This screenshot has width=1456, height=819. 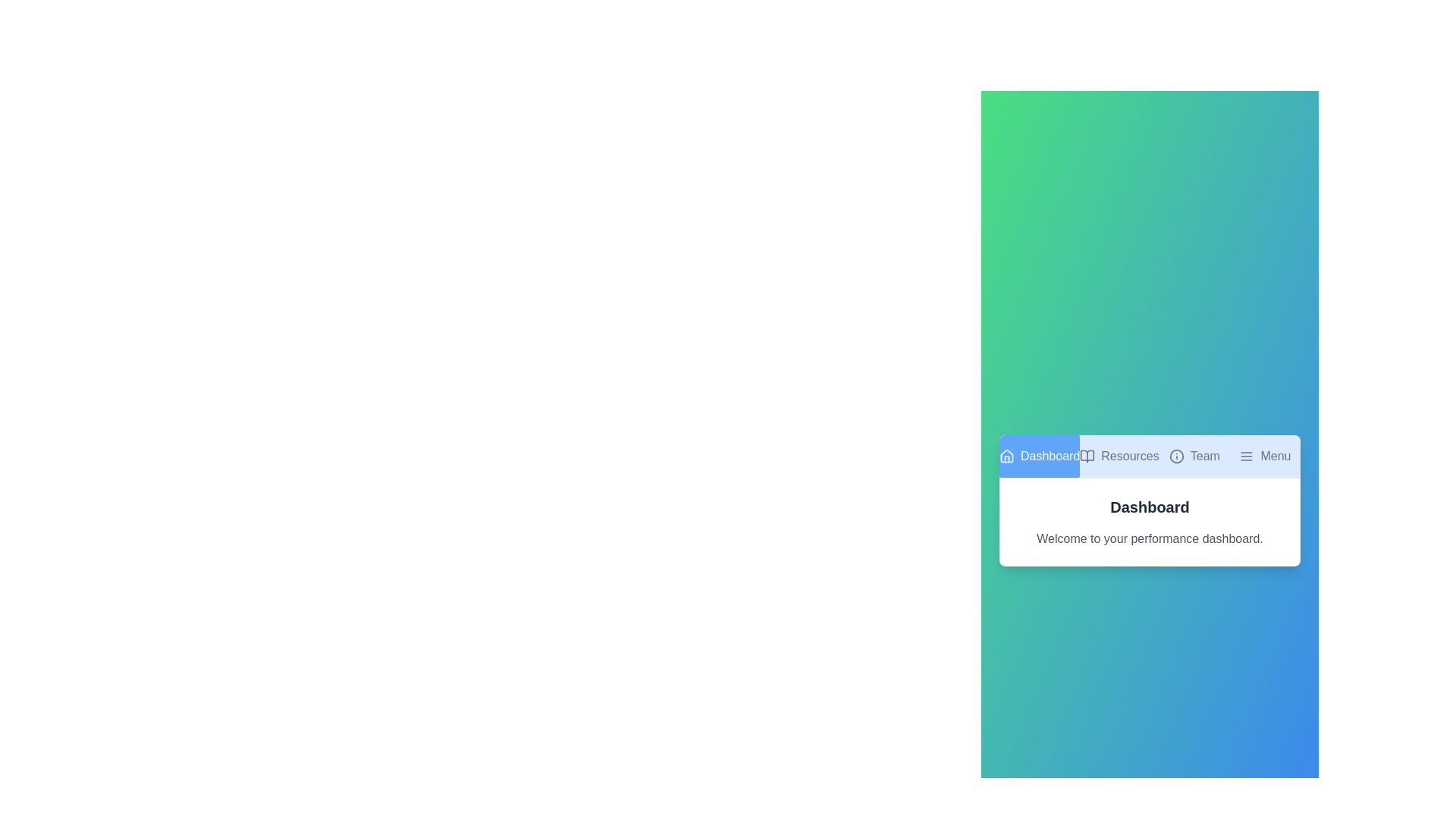 I want to click on the tab labeled Menu to observe its hover effect, so click(x=1265, y=455).